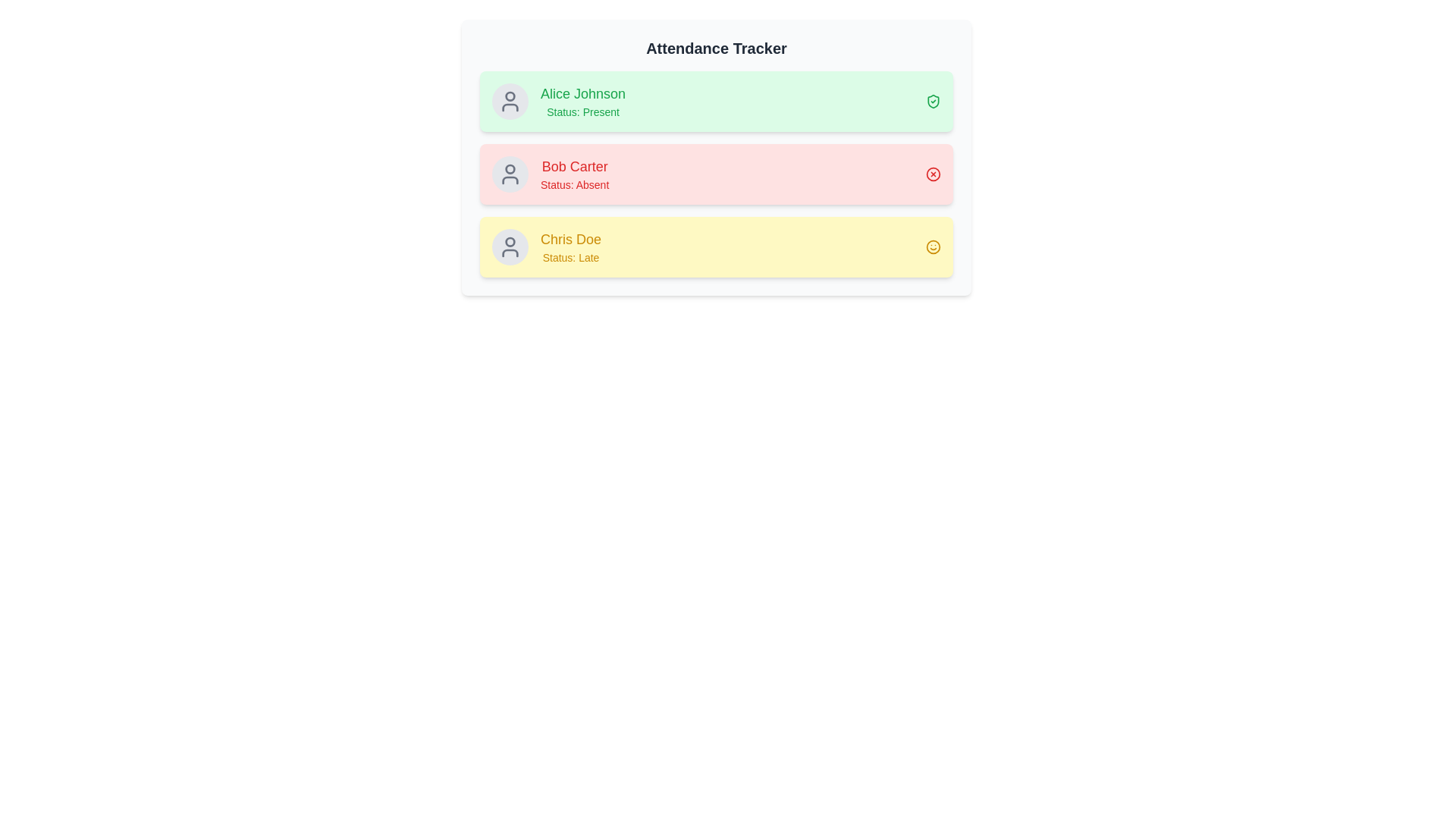 The height and width of the screenshot is (819, 1456). Describe the element at coordinates (510, 174) in the screenshot. I see `the Avatar Icon, which is a gray circle with a user profile icon, located within the card labeled 'Bob Carter' in the Attendance Tracker` at that location.